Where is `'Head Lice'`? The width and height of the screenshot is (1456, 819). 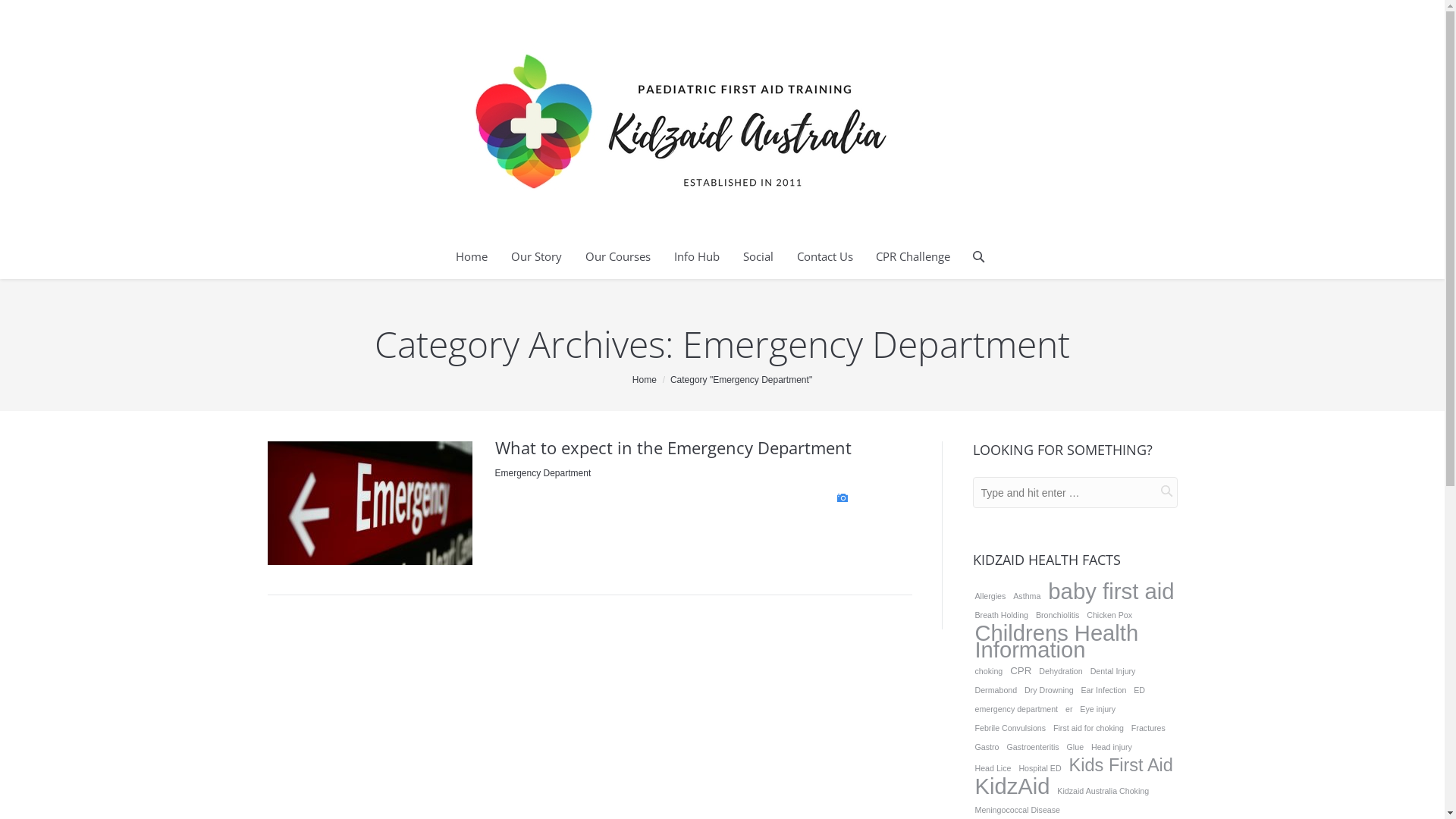
'Head Lice' is located at coordinates (993, 768).